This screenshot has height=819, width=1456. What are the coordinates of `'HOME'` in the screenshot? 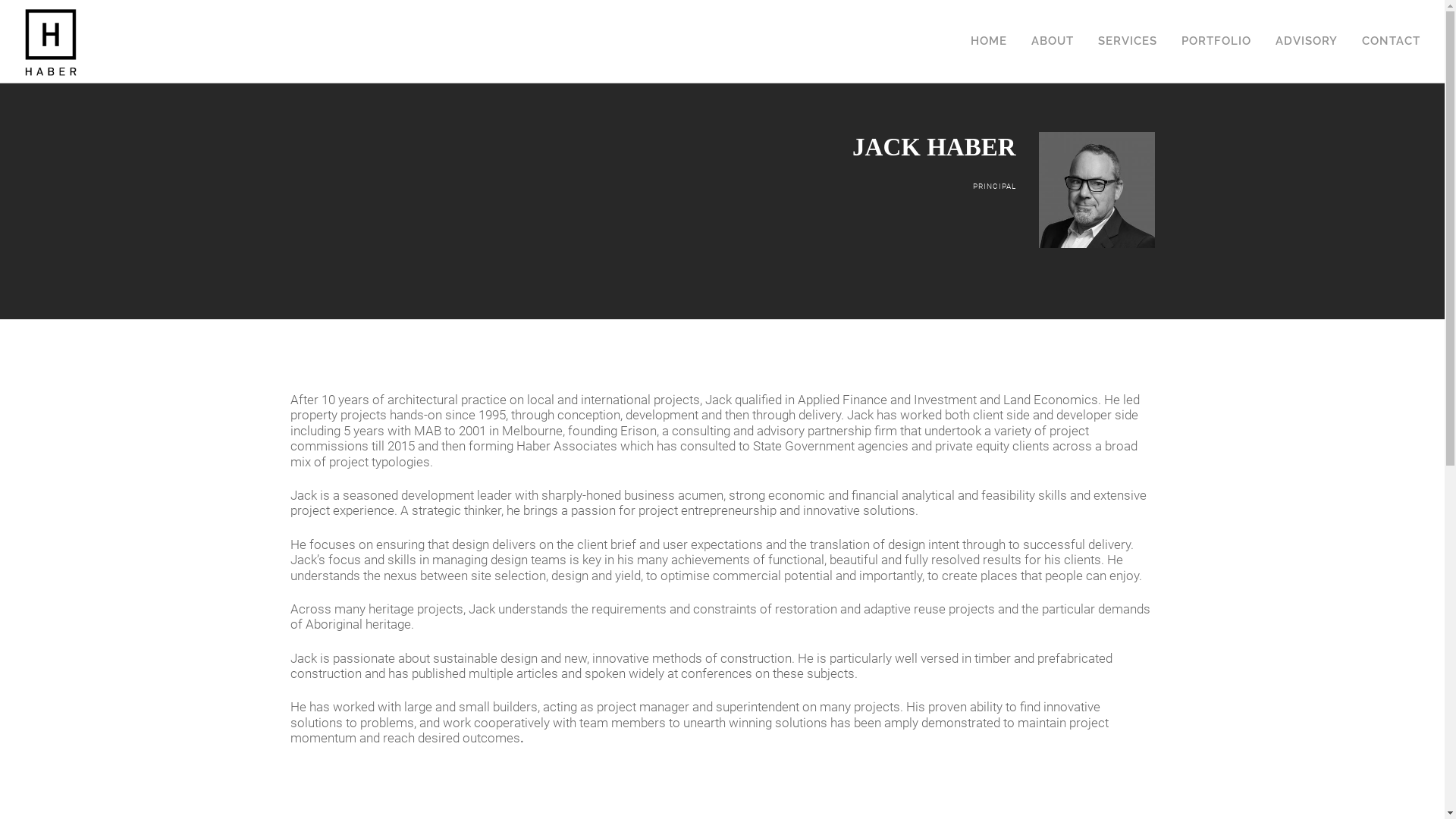 It's located at (971, 20).